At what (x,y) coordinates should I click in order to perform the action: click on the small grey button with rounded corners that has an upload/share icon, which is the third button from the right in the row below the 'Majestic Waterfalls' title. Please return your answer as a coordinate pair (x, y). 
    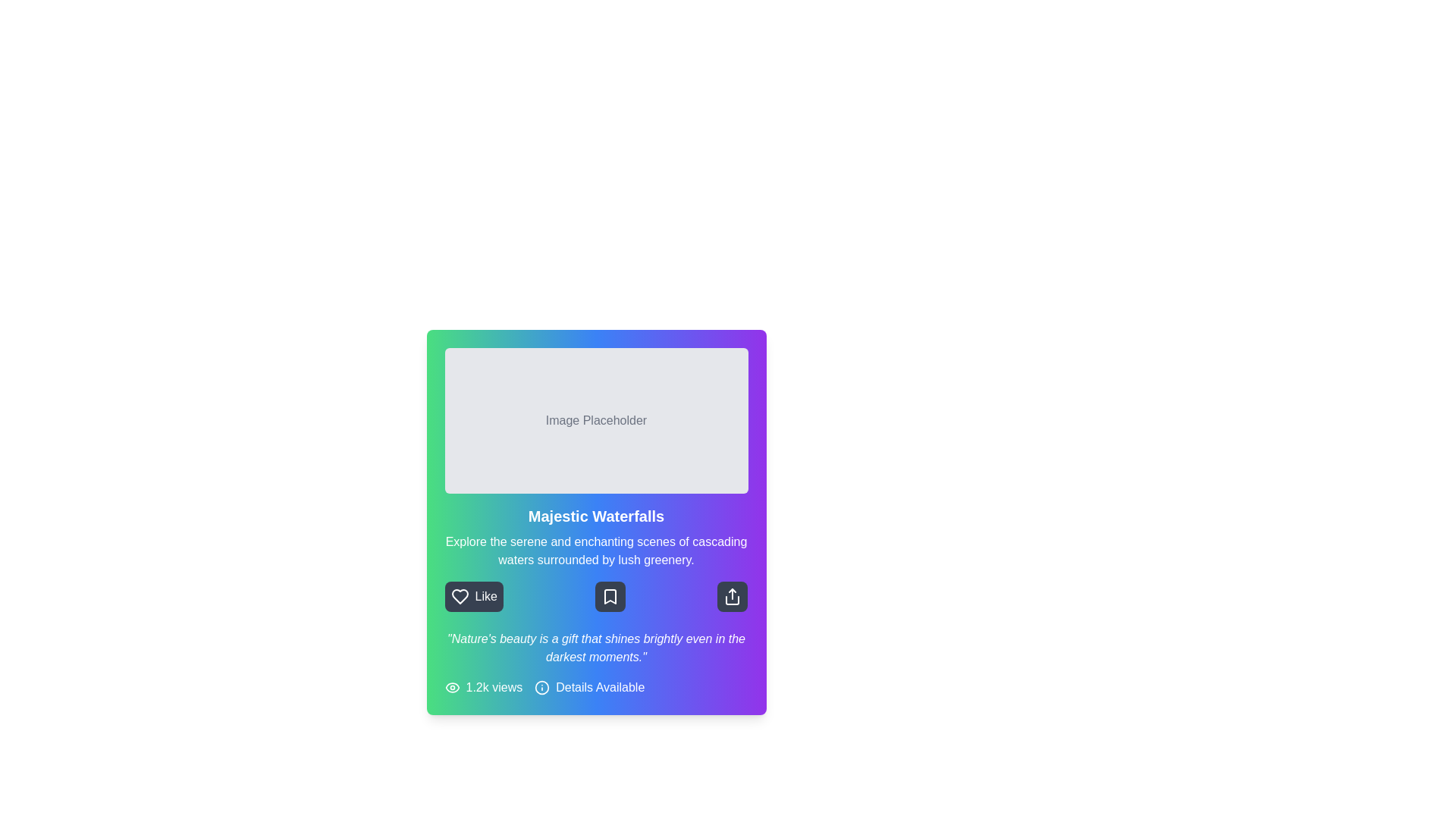
    Looking at the image, I should click on (733, 595).